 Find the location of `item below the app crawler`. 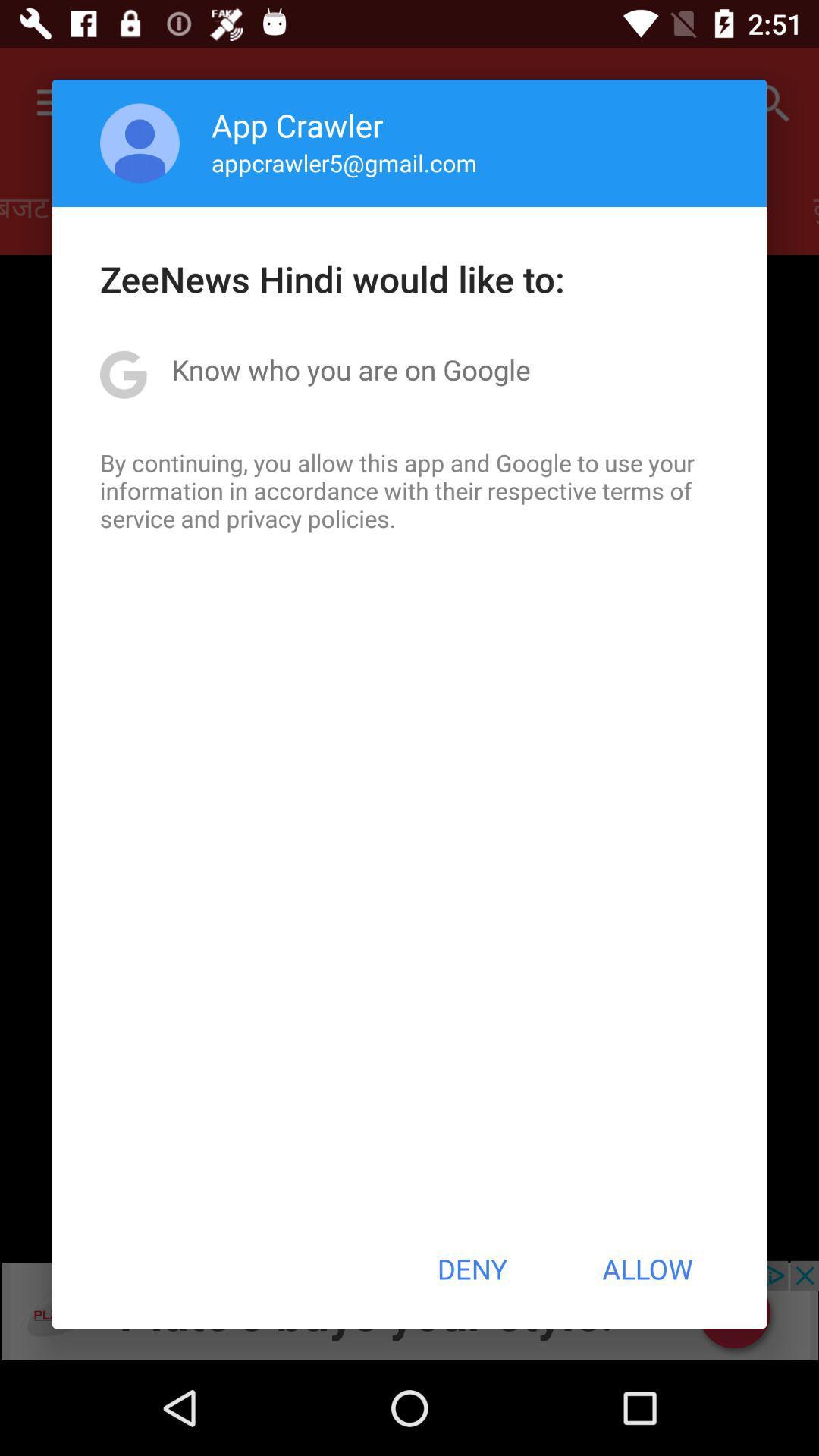

item below the app crawler is located at coordinates (344, 162).